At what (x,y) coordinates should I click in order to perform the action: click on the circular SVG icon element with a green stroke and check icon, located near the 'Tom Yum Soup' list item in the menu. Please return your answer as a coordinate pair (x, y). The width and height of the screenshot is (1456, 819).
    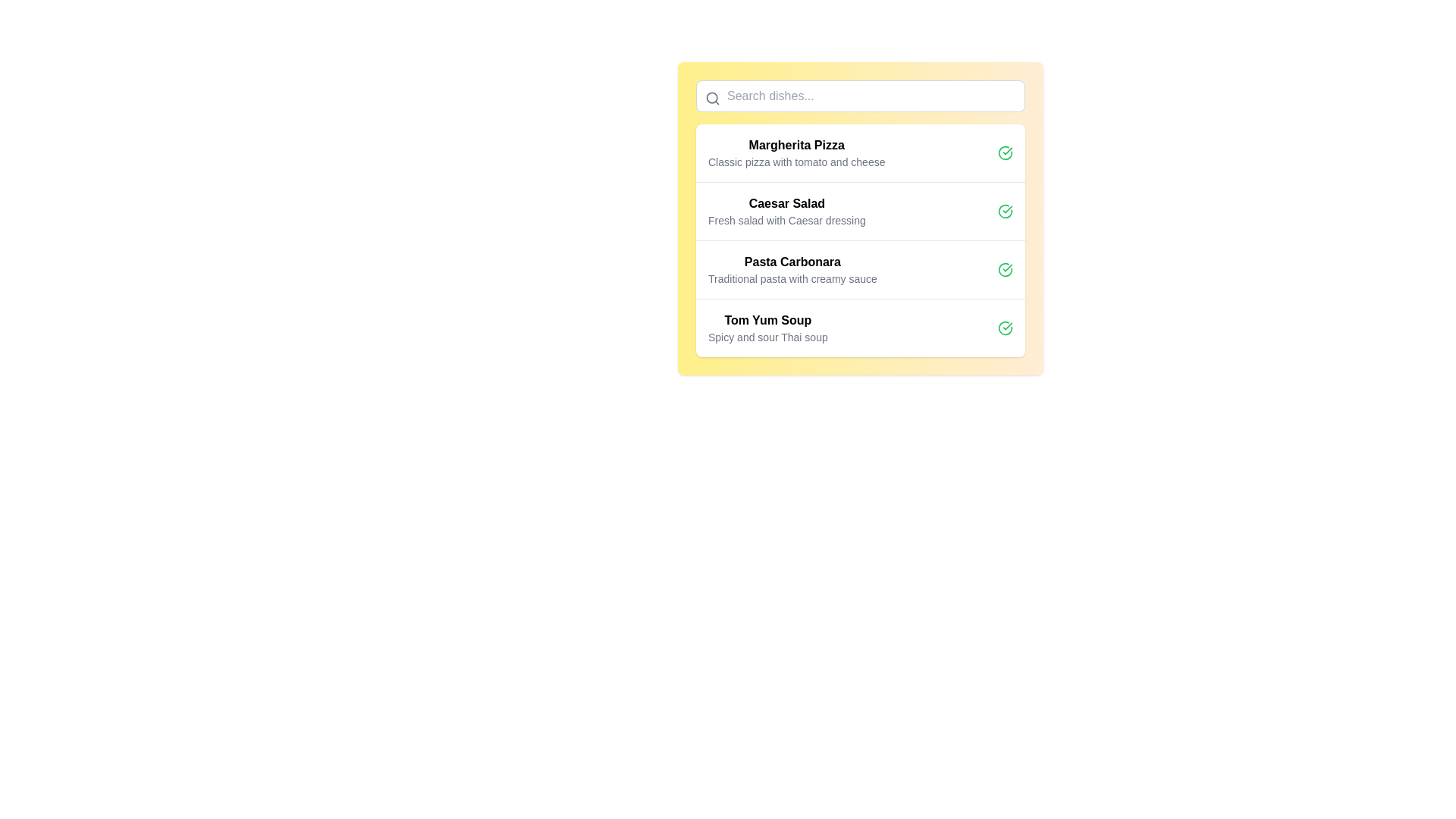
    Looking at the image, I should click on (1005, 327).